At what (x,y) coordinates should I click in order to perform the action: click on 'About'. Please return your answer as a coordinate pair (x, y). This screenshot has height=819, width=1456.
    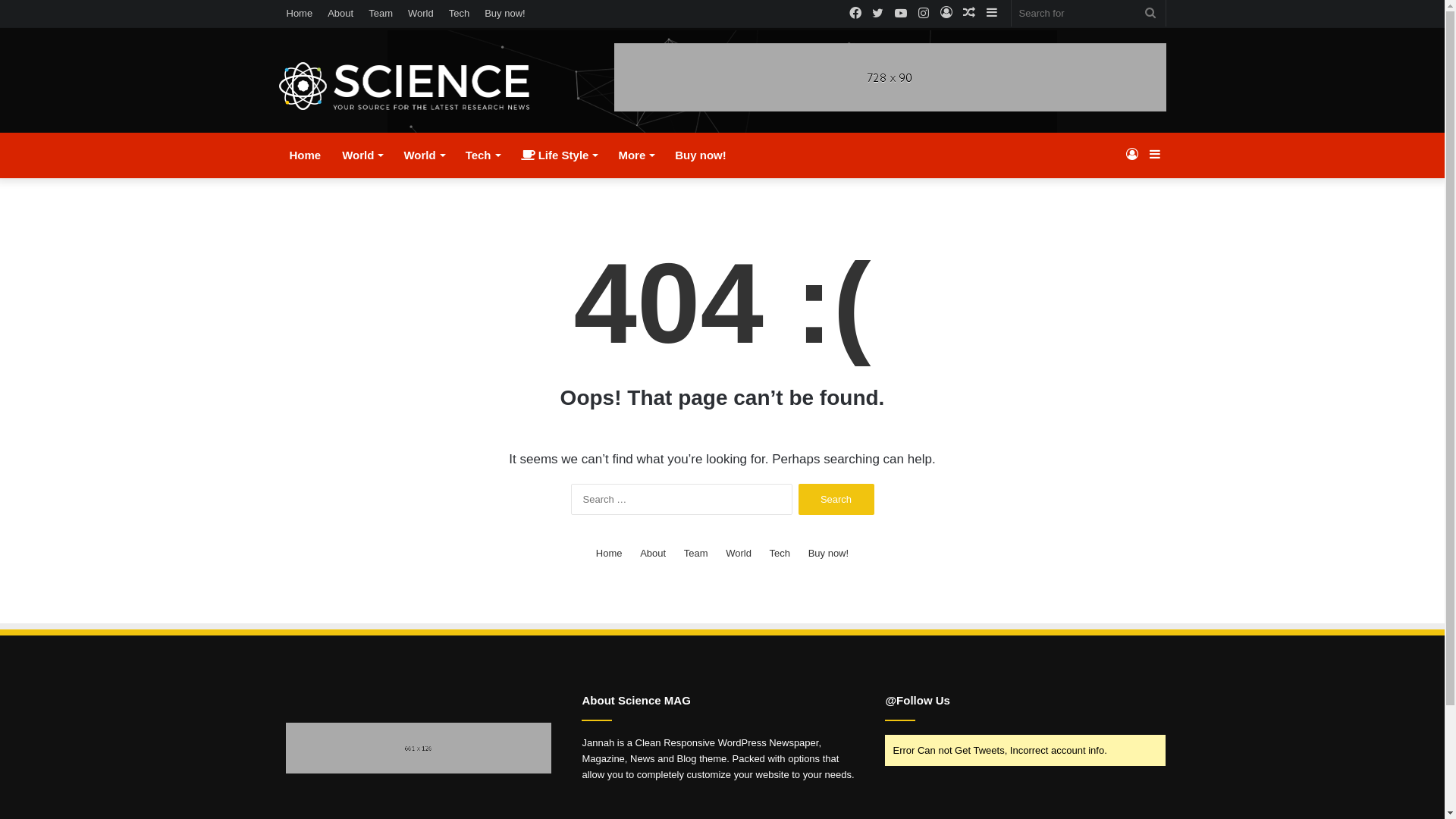
    Looking at the image, I should click on (340, 13).